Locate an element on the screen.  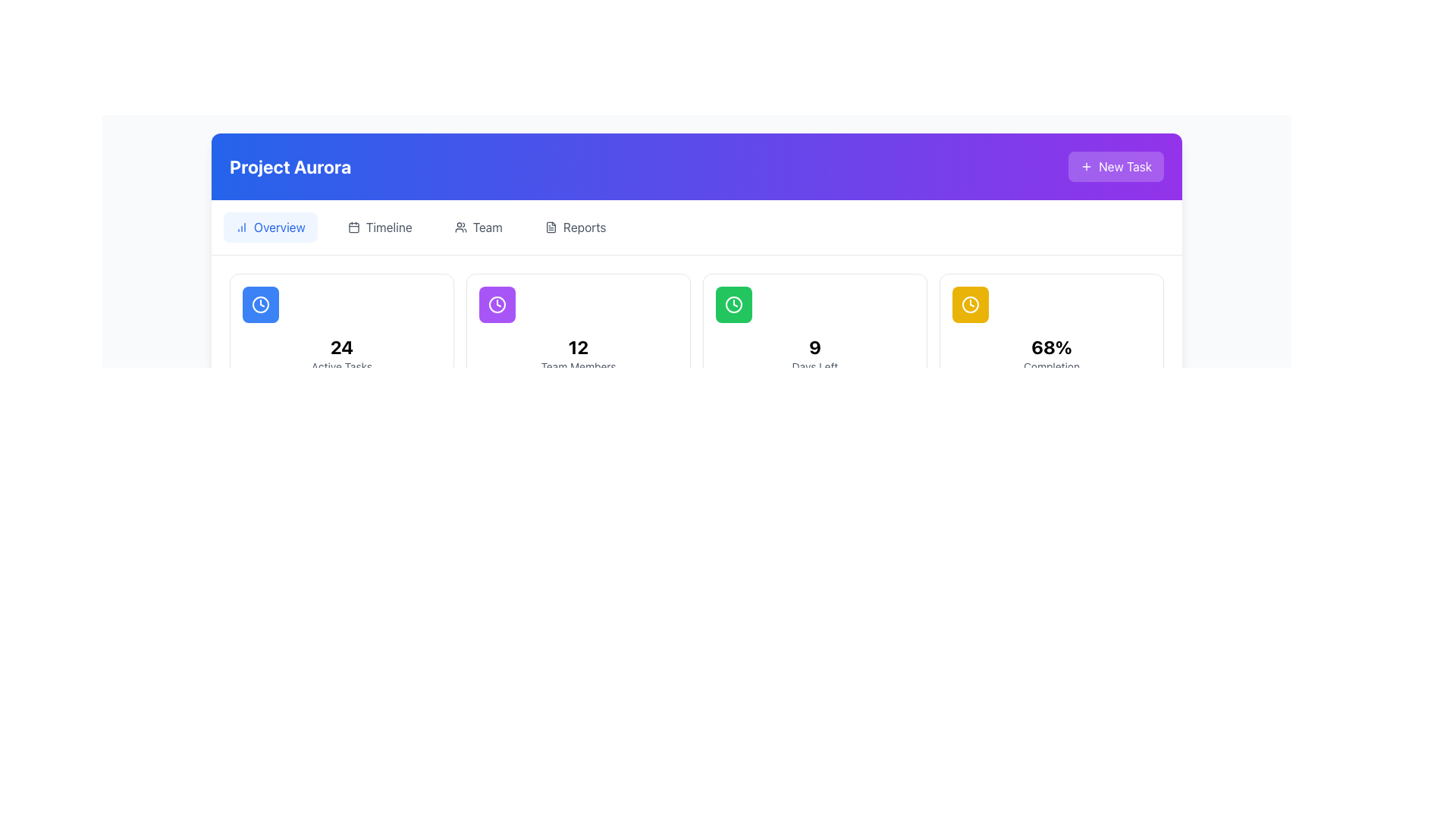
the text label displaying 'Completion' in small gray font, located below the bold '68%' percentage text in the bottom right of the card layout is located at coordinates (1051, 366).